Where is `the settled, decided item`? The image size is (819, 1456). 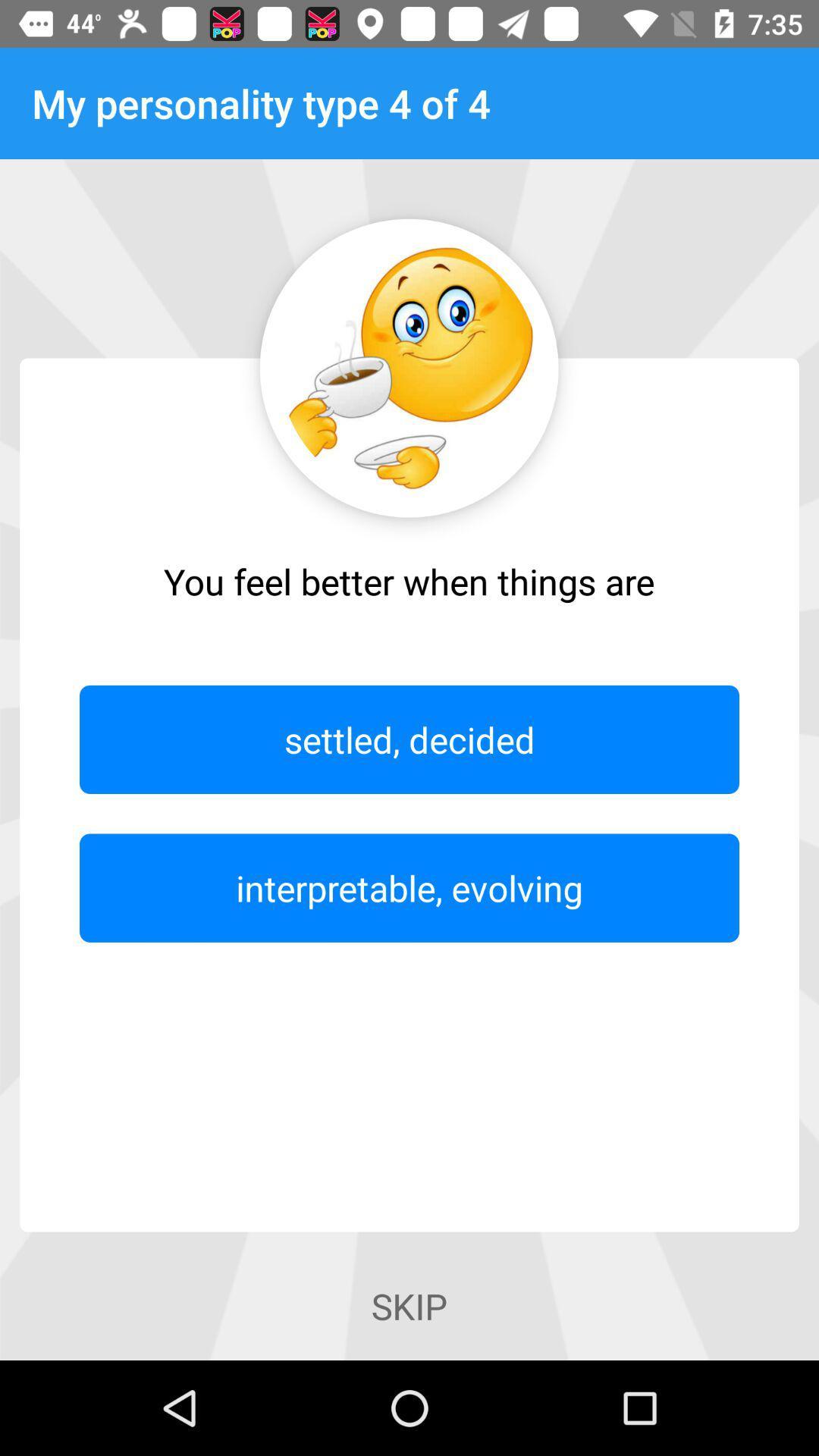 the settled, decided item is located at coordinates (409, 739).